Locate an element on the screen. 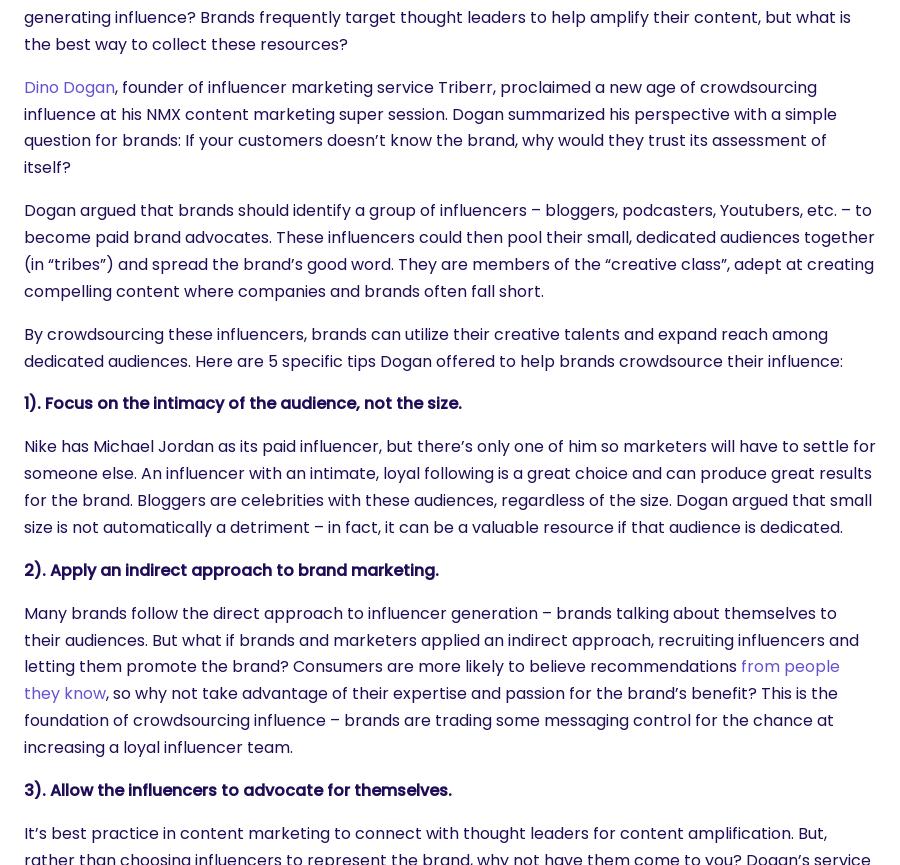 The height and width of the screenshot is (865, 900). 'Many brands follow the direct approach to influencer generation – brands talking about themselves to their audiences. But what if brands and marketers applied an indirect approach, recruiting influencers and letting them promote the brand? Consumers are more likely to believe recommendations' is located at coordinates (441, 639).